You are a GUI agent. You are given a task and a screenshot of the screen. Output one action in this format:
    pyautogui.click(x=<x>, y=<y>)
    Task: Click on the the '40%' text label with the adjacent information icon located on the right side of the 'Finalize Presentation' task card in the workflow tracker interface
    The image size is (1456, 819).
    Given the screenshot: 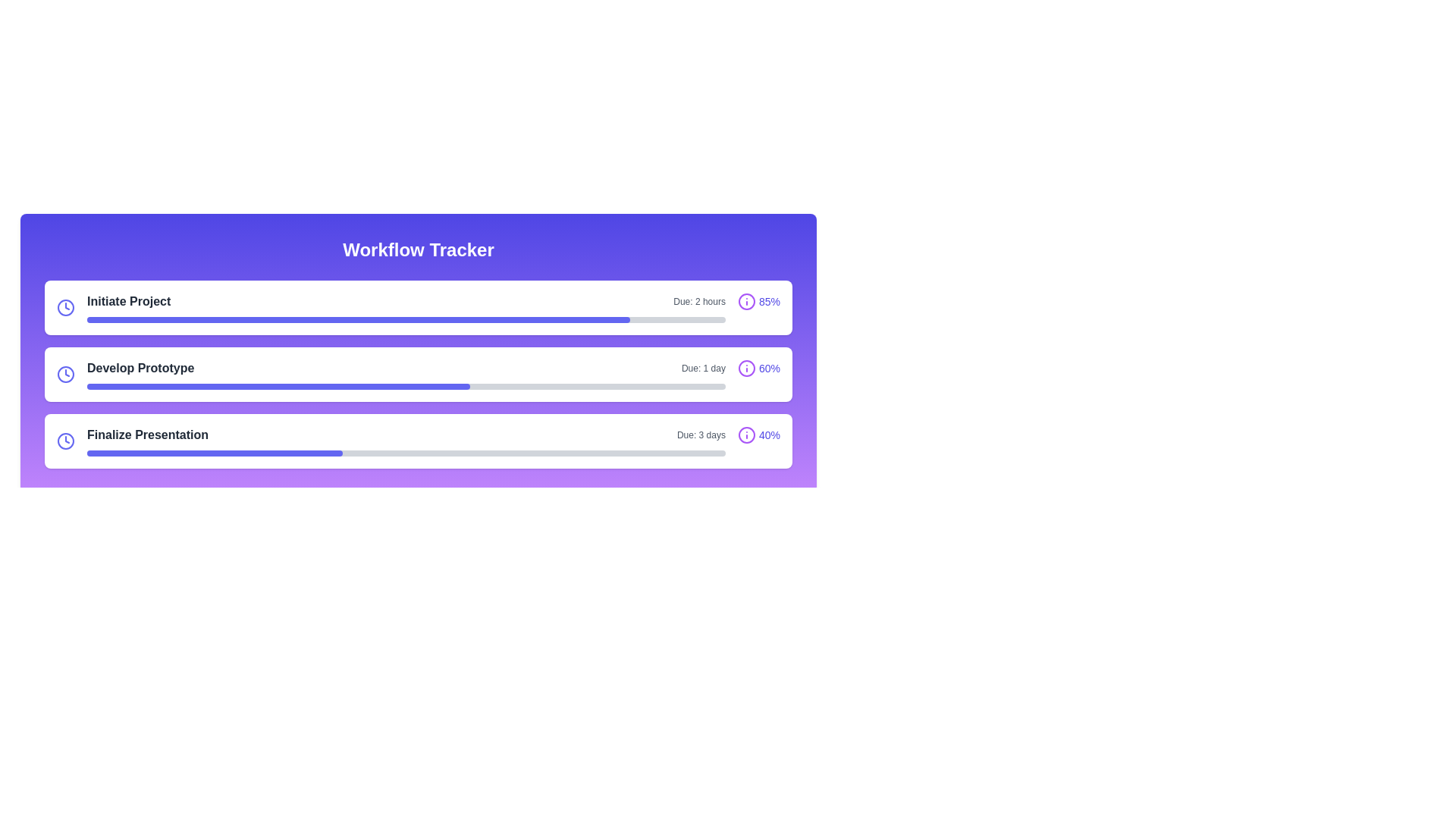 What is the action you would take?
    pyautogui.click(x=758, y=435)
    